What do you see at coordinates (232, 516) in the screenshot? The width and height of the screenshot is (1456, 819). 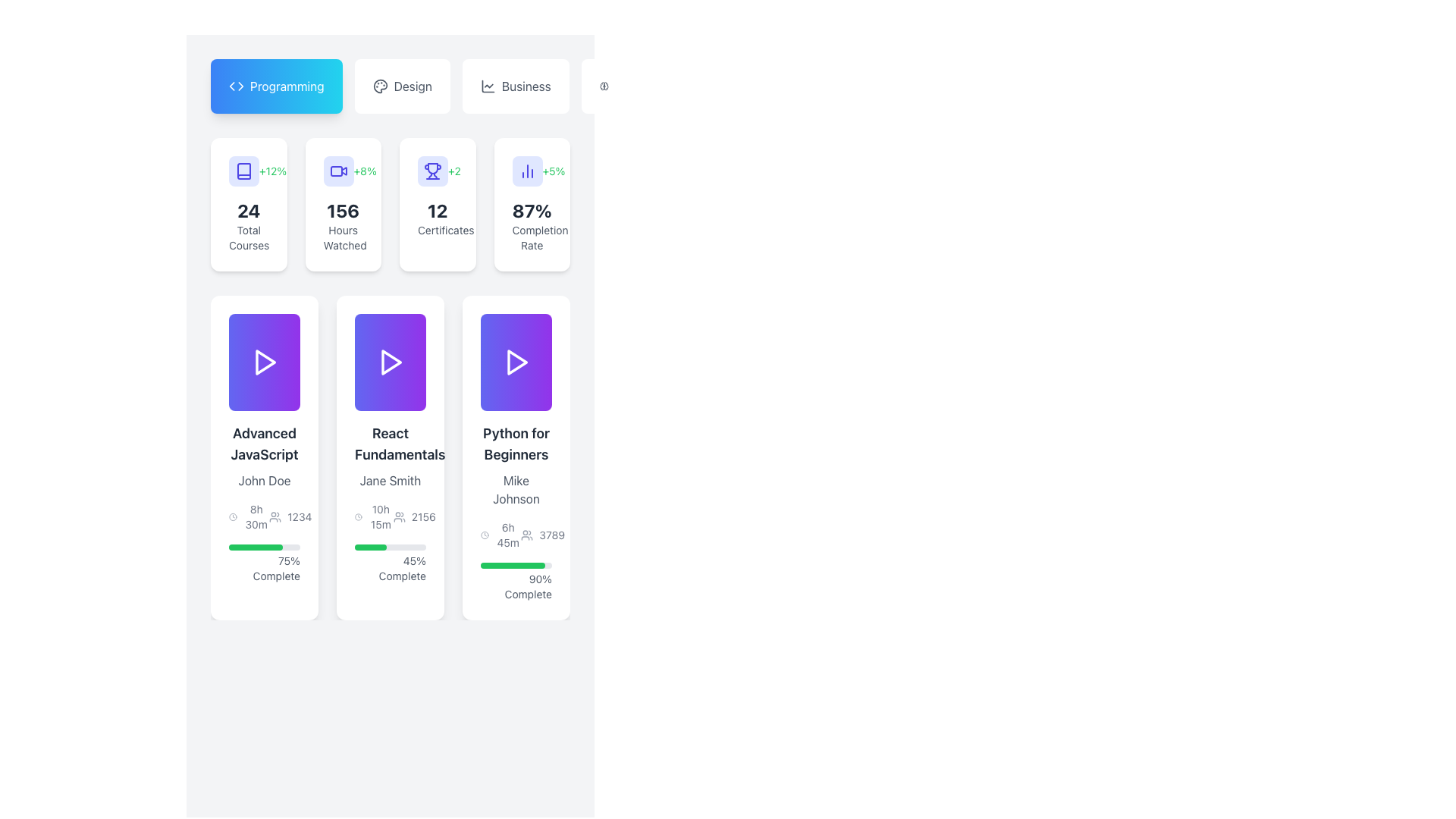 I see `properties of the time-related indication icon located in the lower portion of the first card that displays course information, which is the leftmost icon adjacent to the text '8h 30m'` at bounding box center [232, 516].